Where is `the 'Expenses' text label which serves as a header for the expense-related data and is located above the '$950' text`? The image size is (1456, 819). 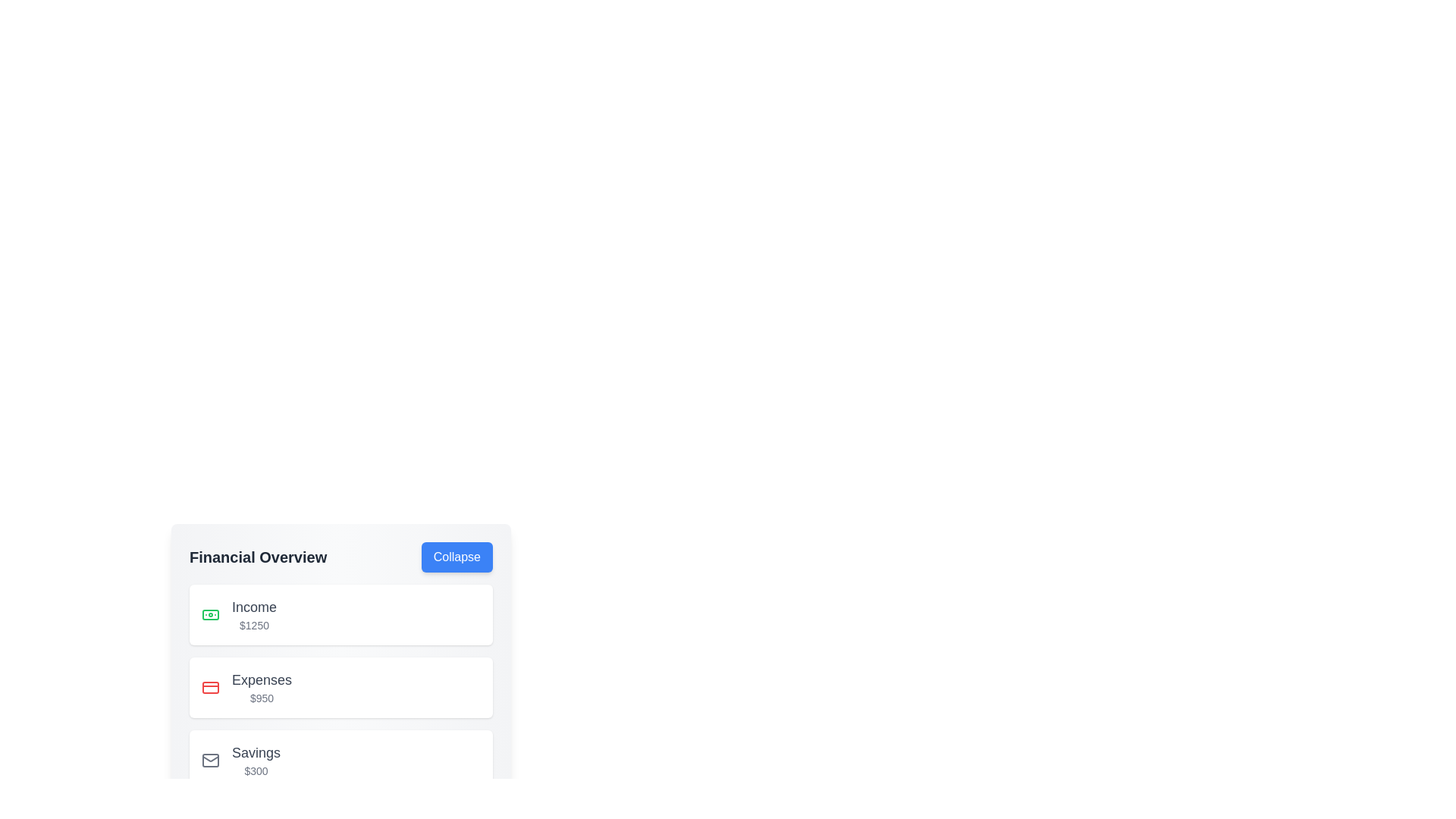 the 'Expenses' text label which serves as a header for the expense-related data and is located above the '$950' text is located at coordinates (262, 679).